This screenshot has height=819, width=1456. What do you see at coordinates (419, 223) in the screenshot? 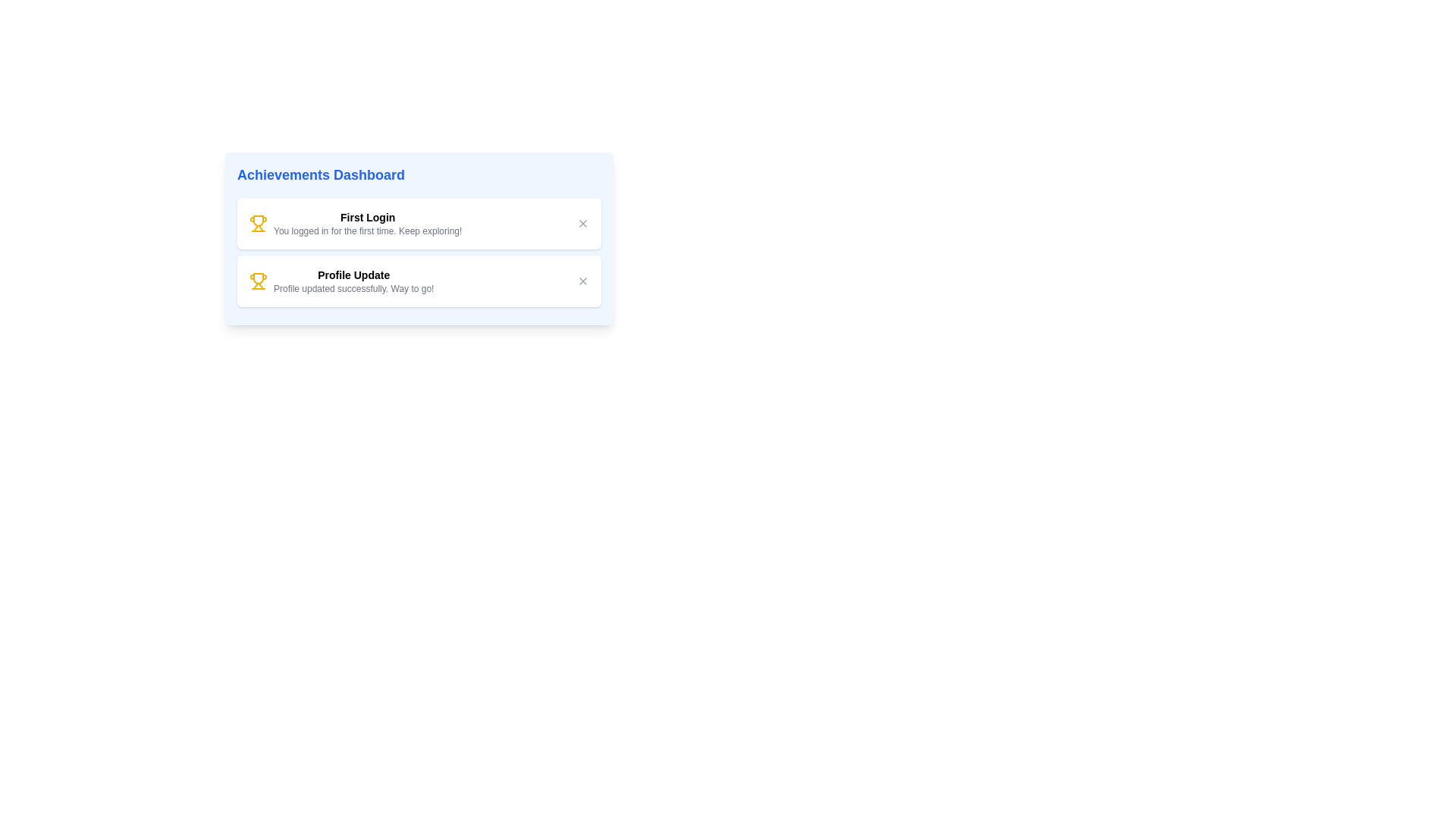
I see `the Notification card that notifies the user of their first login achievement, located in the Achievements Dashboard section` at bounding box center [419, 223].